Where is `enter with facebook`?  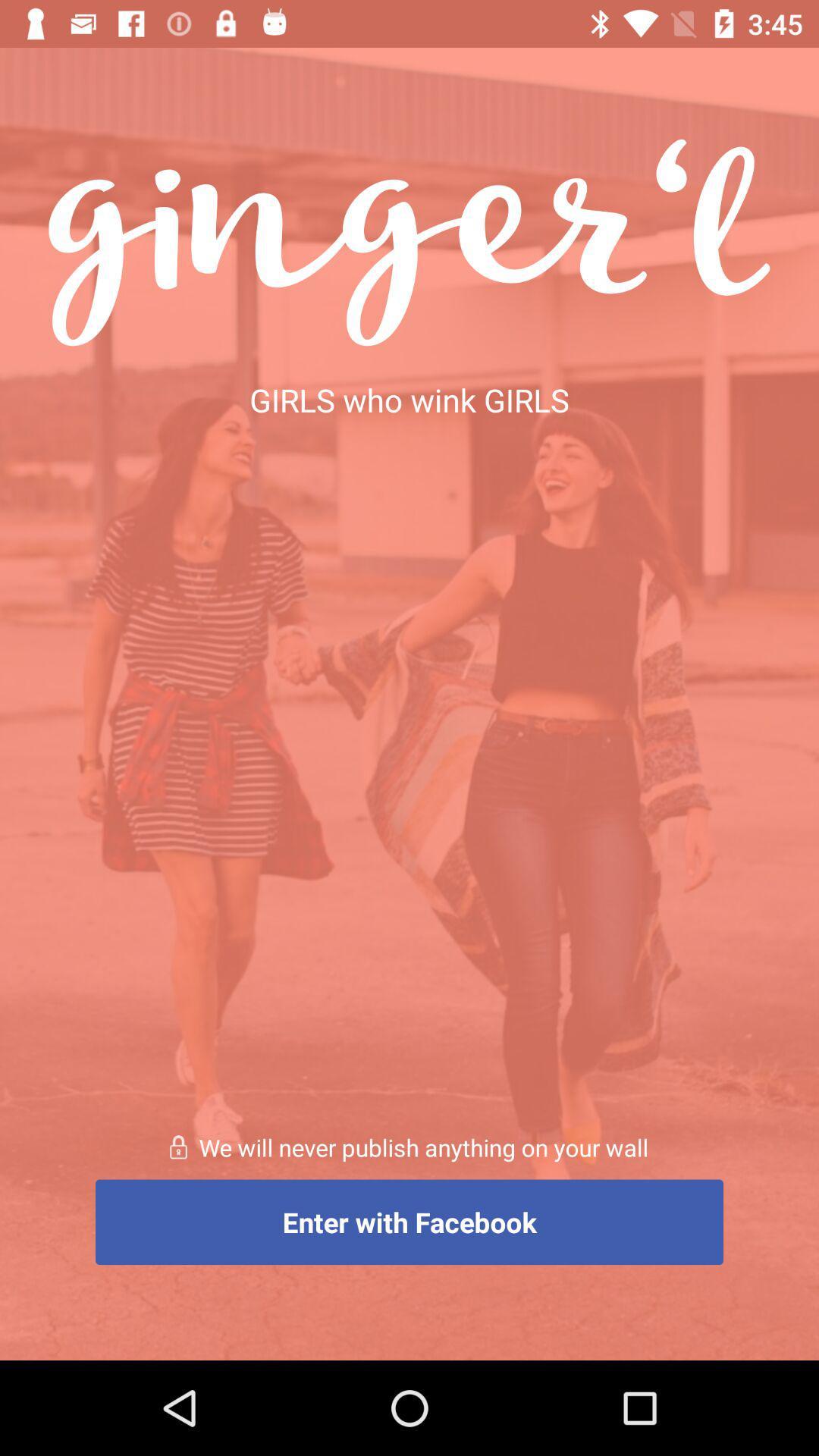
enter with facebook is located at coordinates (409, 1222).